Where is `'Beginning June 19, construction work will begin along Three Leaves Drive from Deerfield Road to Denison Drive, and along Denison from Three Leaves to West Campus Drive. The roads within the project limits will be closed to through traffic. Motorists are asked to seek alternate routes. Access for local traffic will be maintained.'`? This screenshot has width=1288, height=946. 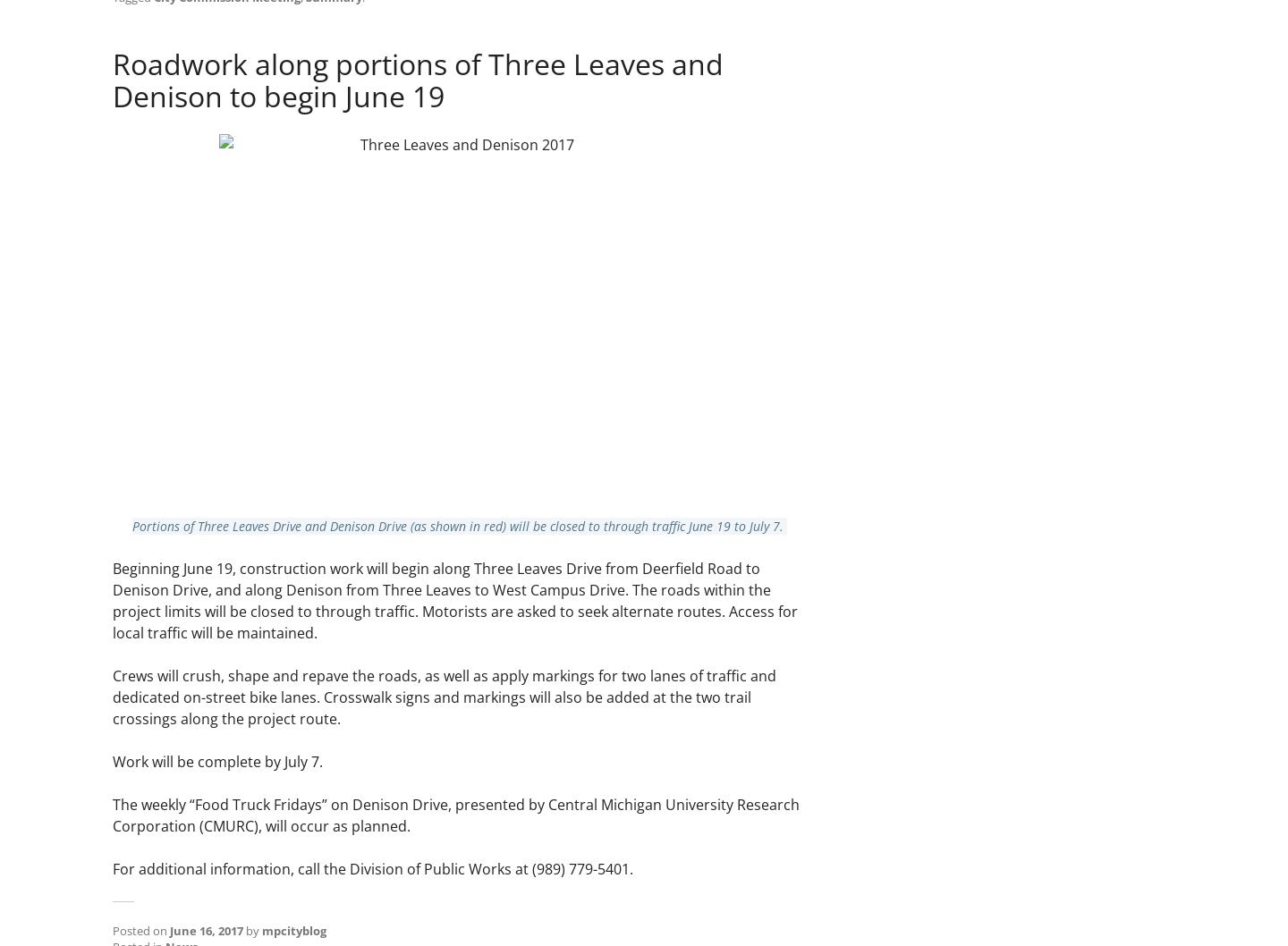
'Beginning June 19, construction work will begin along Three Leaves Drive from Deerfield Road to Denison Drive, and along Denison from Three Leaves to West Campus Drive. The roads within the project limits will be closed to through traffic. Motorists are asked to seek alternate routes. Access for local traffic will be maintained.' is located at coordinates (454, 598).